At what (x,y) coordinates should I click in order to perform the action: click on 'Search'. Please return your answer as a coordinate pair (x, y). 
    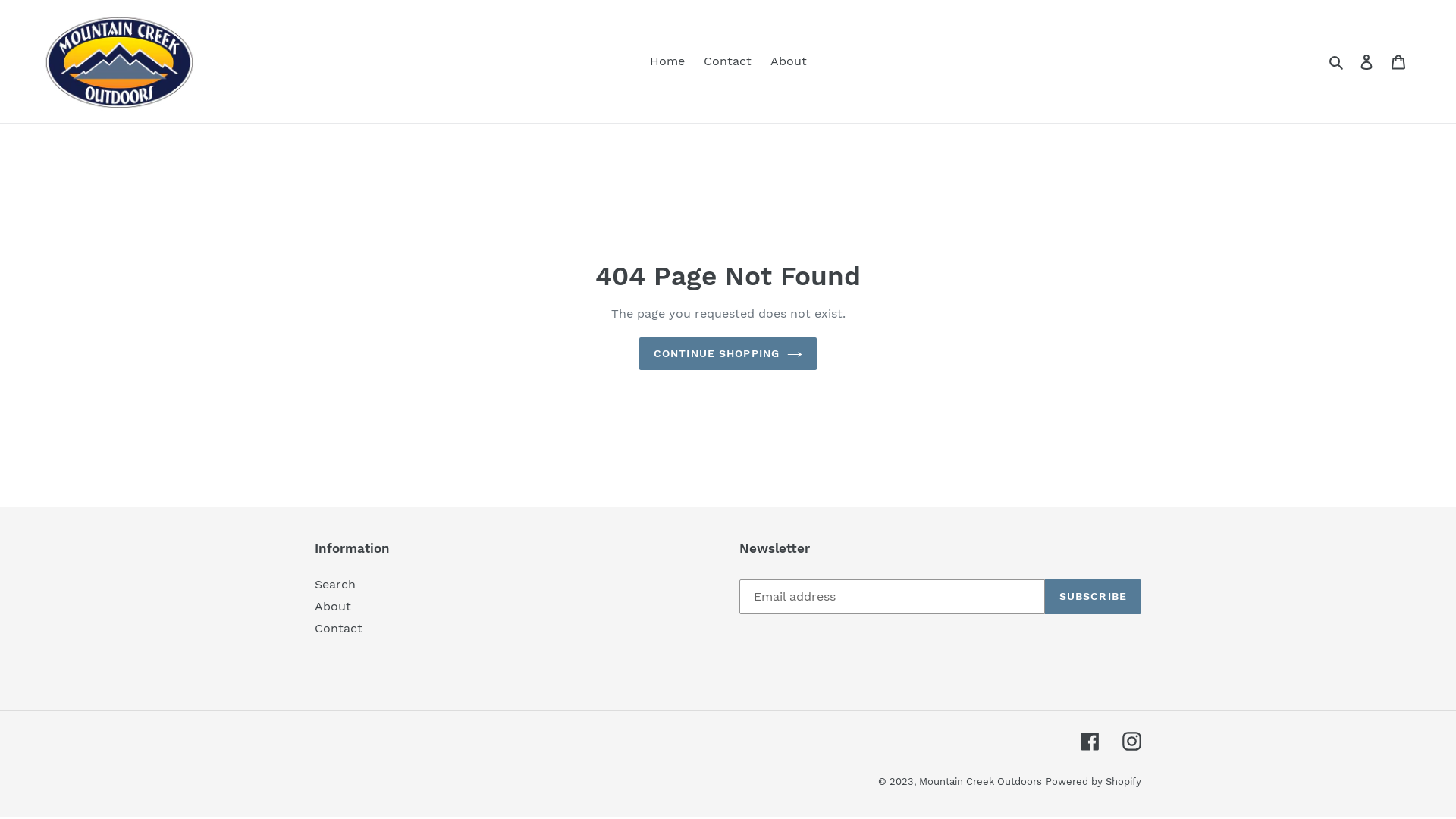
    Looking at the image, I should click on (334, 583).